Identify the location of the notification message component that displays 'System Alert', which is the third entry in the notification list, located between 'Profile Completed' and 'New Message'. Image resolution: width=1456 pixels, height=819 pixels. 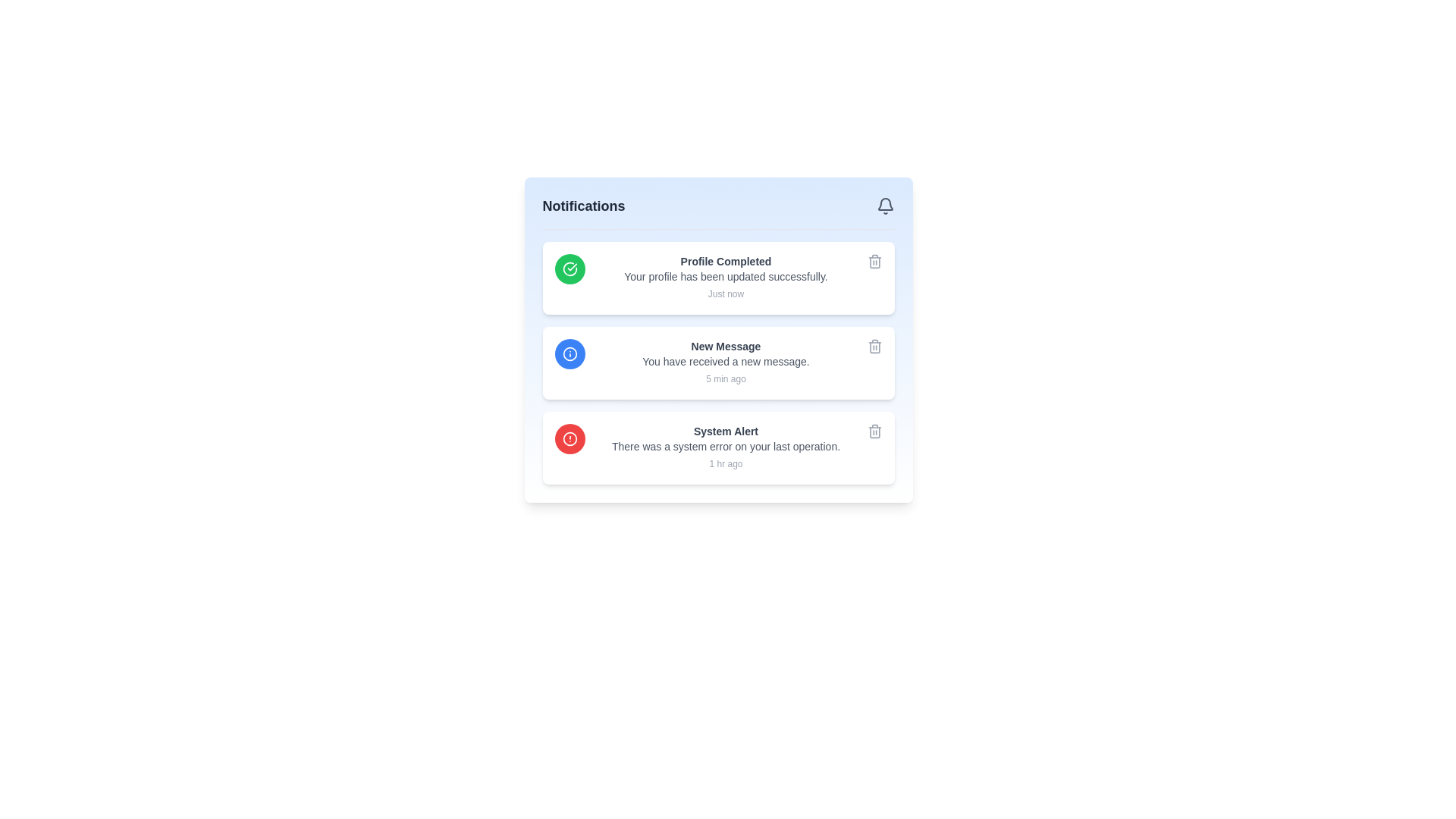
(725, 447).